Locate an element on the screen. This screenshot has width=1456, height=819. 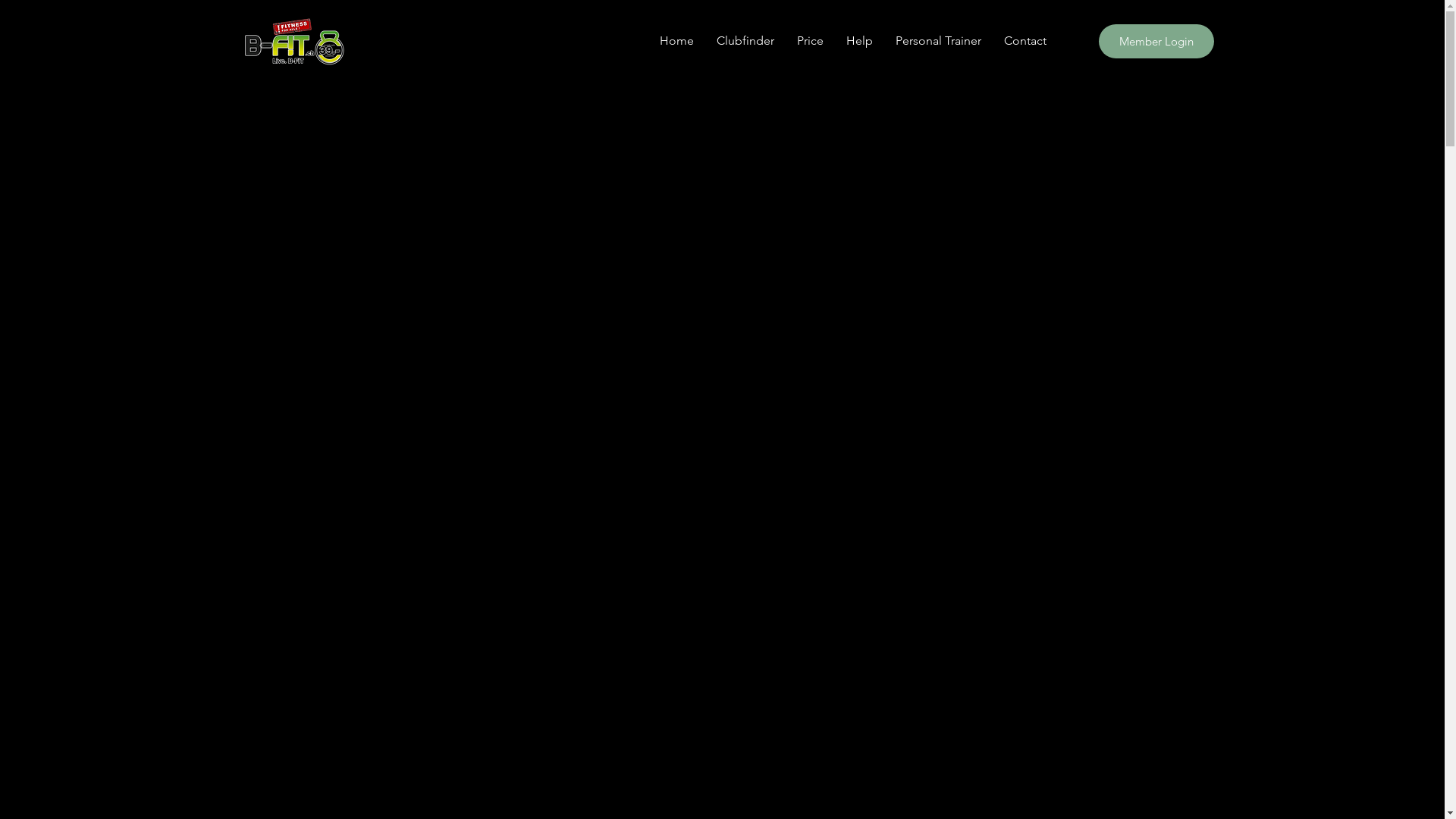
'Help' is located at coordinates (833, 40).